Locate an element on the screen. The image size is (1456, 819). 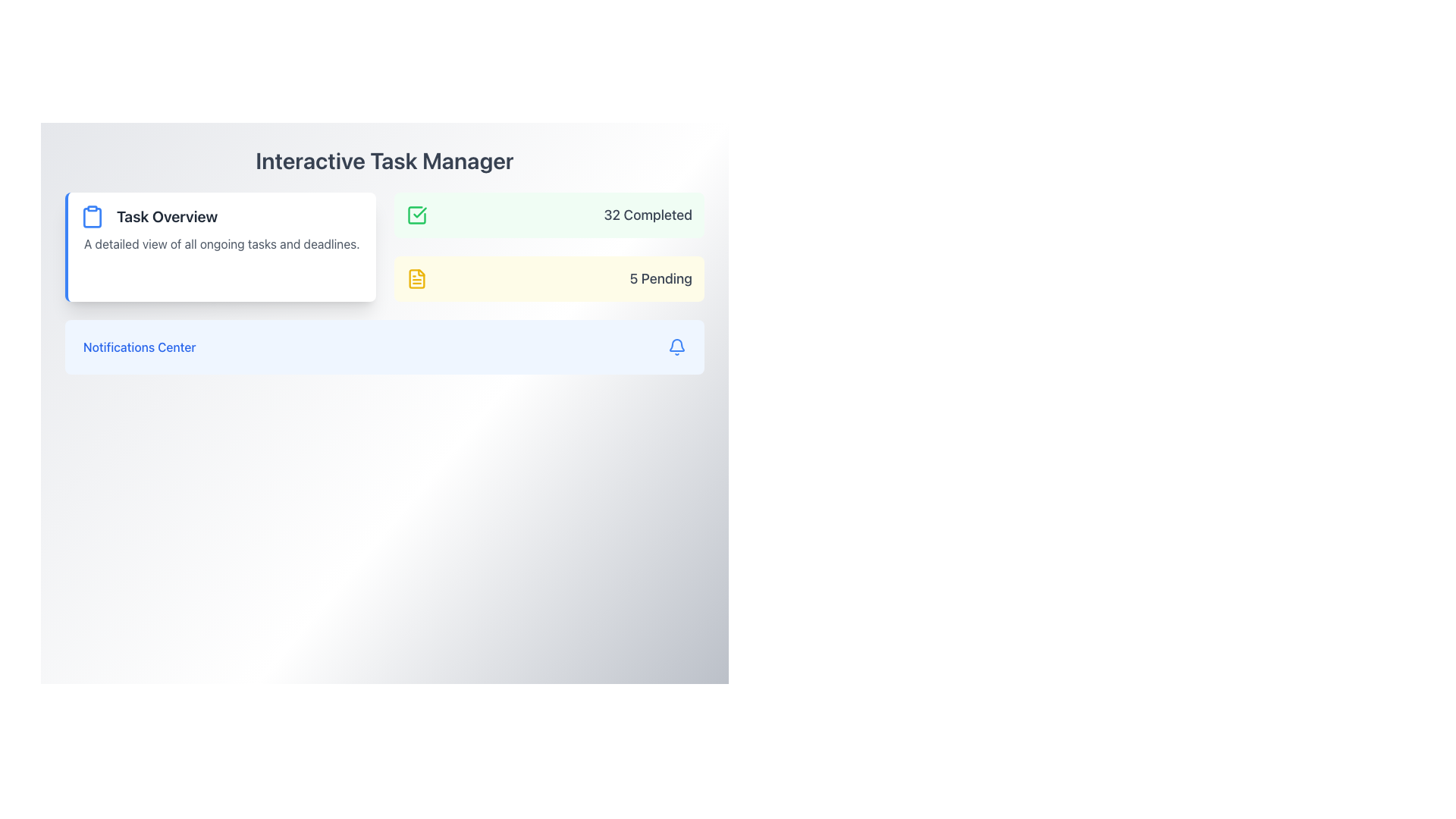
the bell icon located in the Notifications Center is located at coordinates (676, 347).